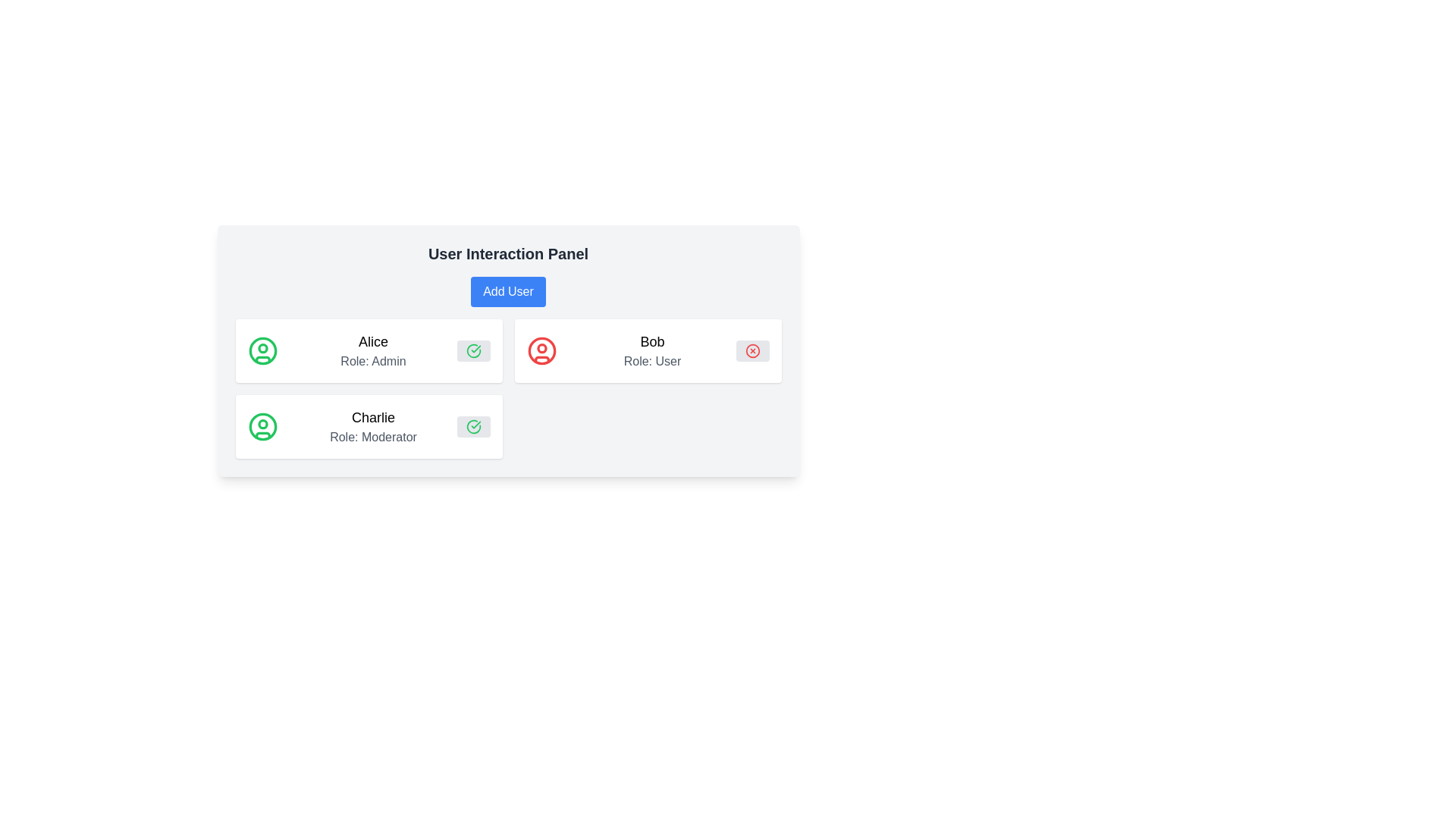  I want to click on the profile icon representing User Bob in the second user card, located in the left portion of the card near the top, so click(541, 350).